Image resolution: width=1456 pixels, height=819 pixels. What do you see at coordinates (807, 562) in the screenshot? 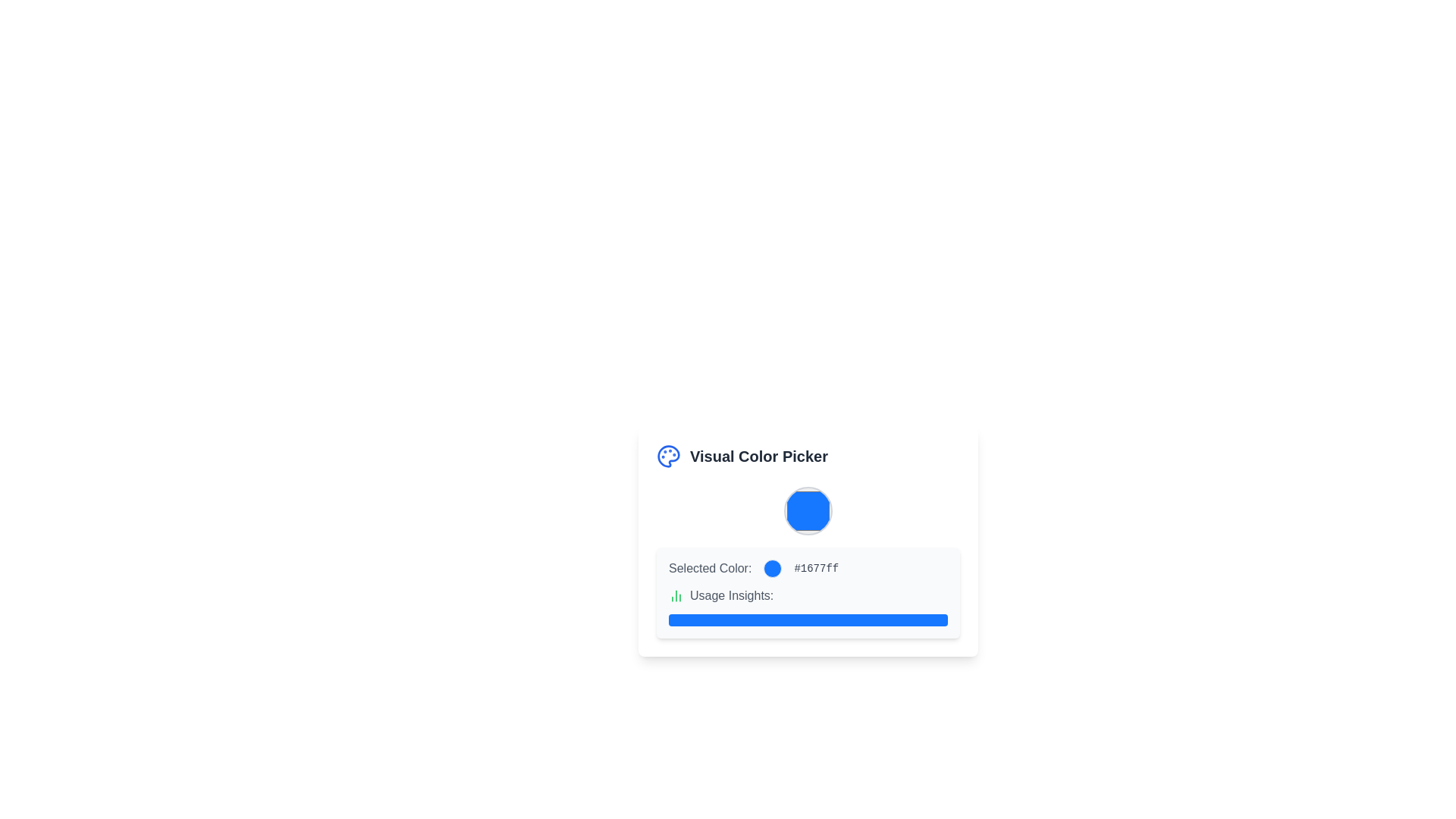
I see `the Informational display section that shows the currently selected color, located centrally within the Visual Color Picker card, below the title 'Visual Color Picker' and above 'Usage Insights'` at bounding box center [807, 562].